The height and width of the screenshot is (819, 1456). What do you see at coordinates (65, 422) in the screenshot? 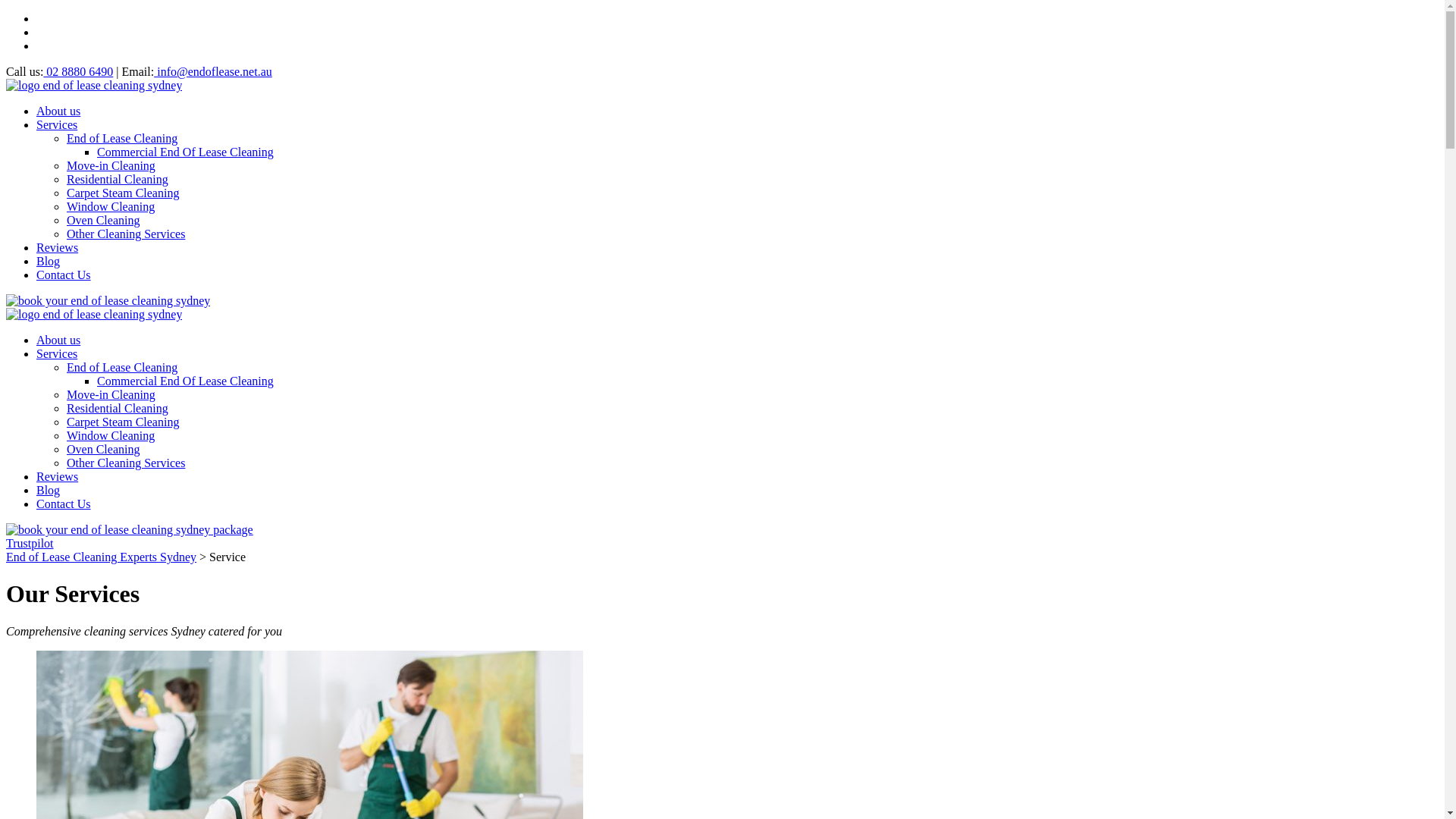
I see `'Carpet Steam Cleaning'` at bounding box center [65, 422].